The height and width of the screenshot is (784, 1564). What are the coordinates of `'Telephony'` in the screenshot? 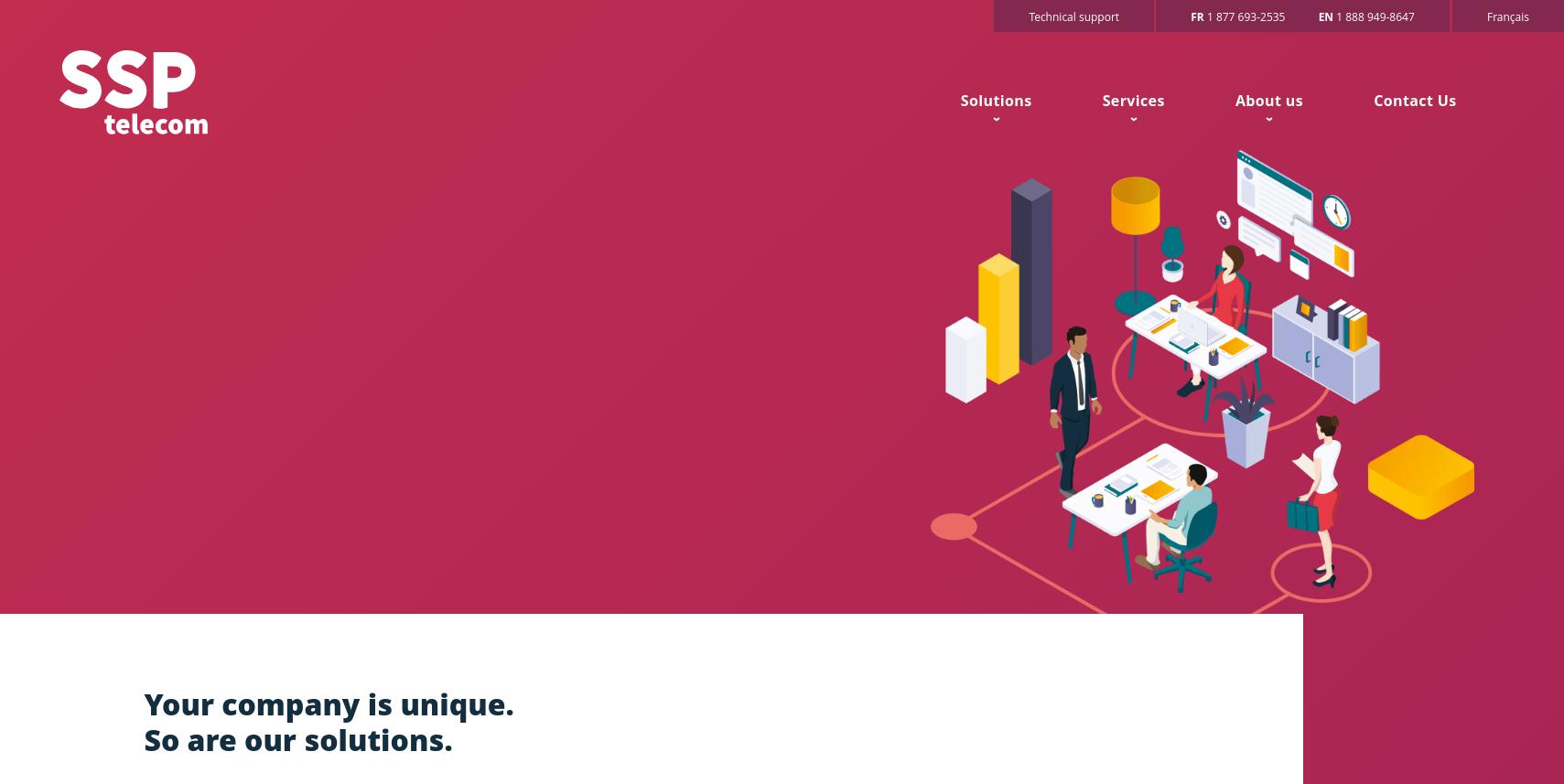 It's located at (1148, 166).